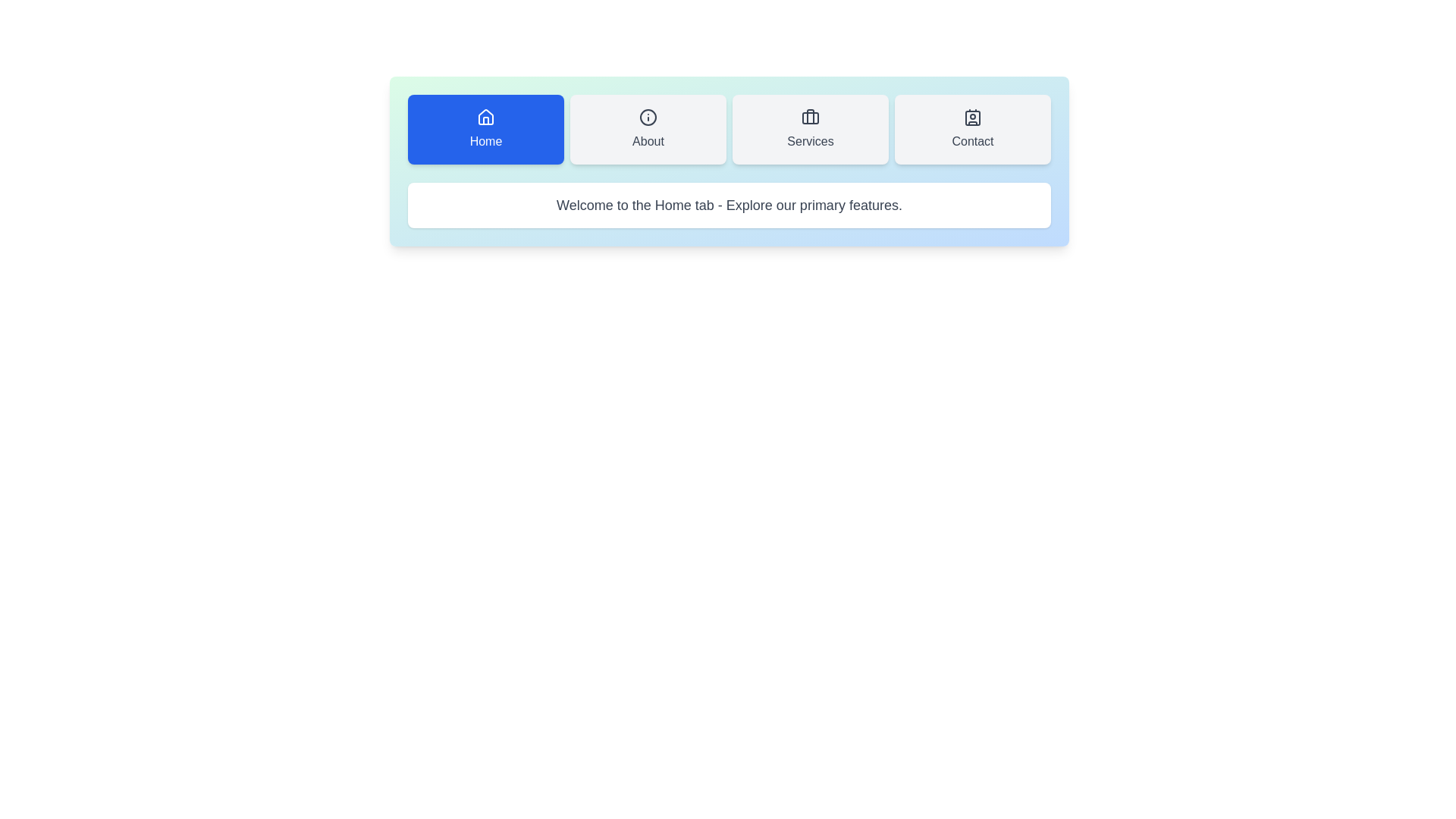 The image size is (1456, 819). What do you see at coordinates (648, 141) in the screenshot?
I see `the 'About' button, which is a text label displaying the word 'About' in dark gray color, located inside a card-like structure below an information icon` at bounding box center [648, 141].